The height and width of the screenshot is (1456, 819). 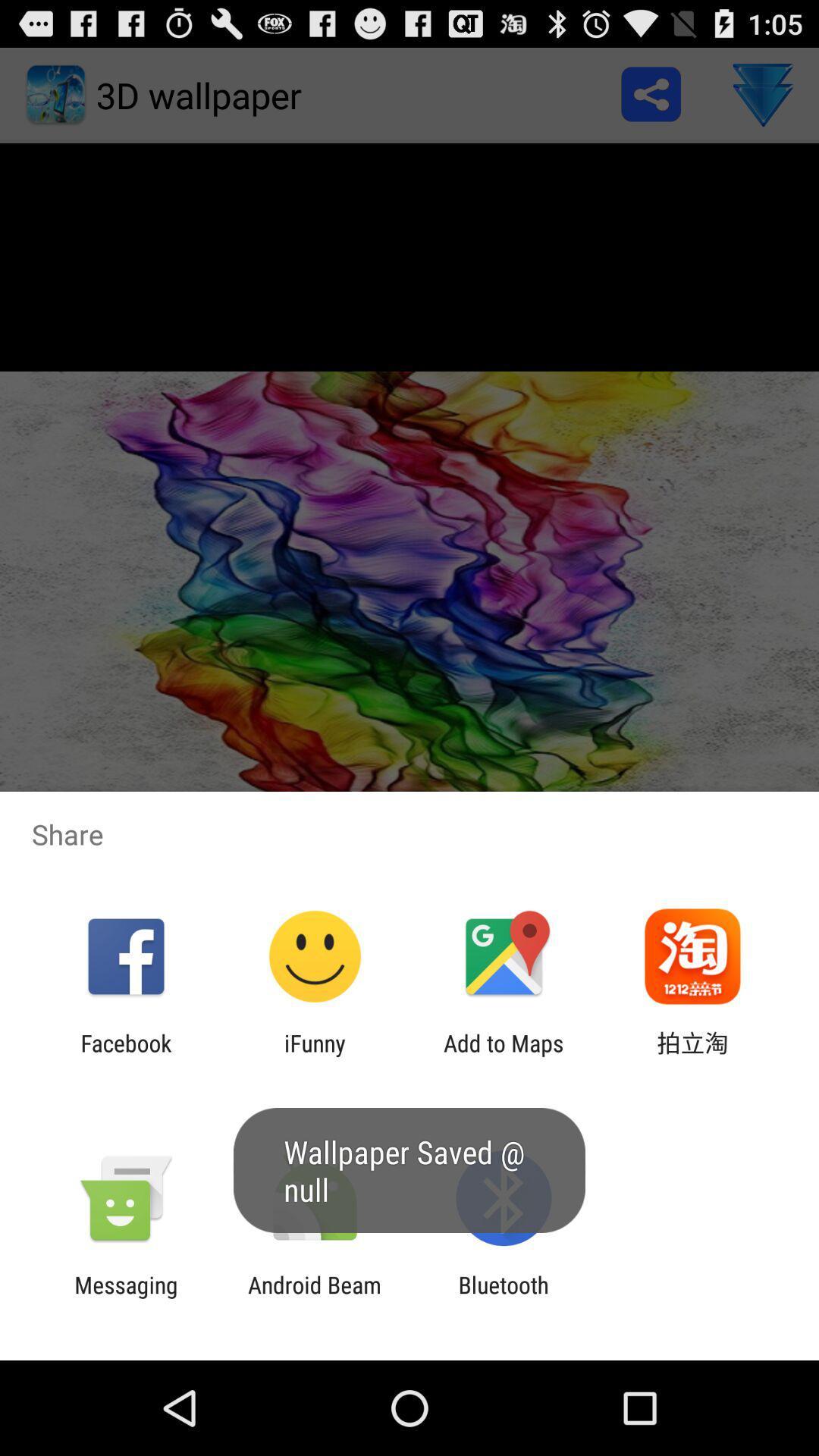 What do you see at coordinates (504, 1056) in the screenshot?
I see `the item next to ifunny item` at bounding box center [504, 1056].